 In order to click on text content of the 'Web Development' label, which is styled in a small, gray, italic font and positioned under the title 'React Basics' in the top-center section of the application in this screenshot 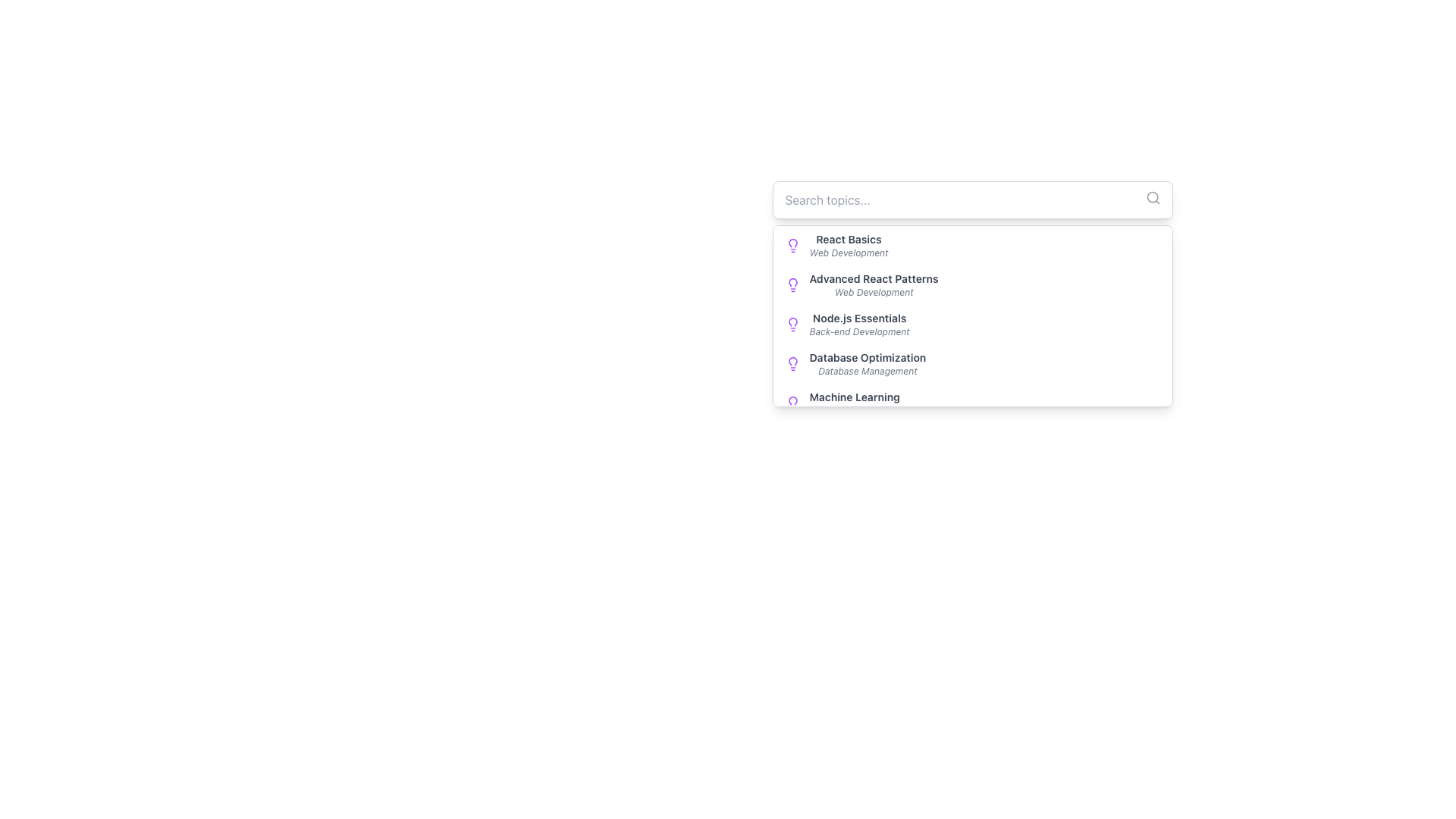, I will do `click(848, 253)`.